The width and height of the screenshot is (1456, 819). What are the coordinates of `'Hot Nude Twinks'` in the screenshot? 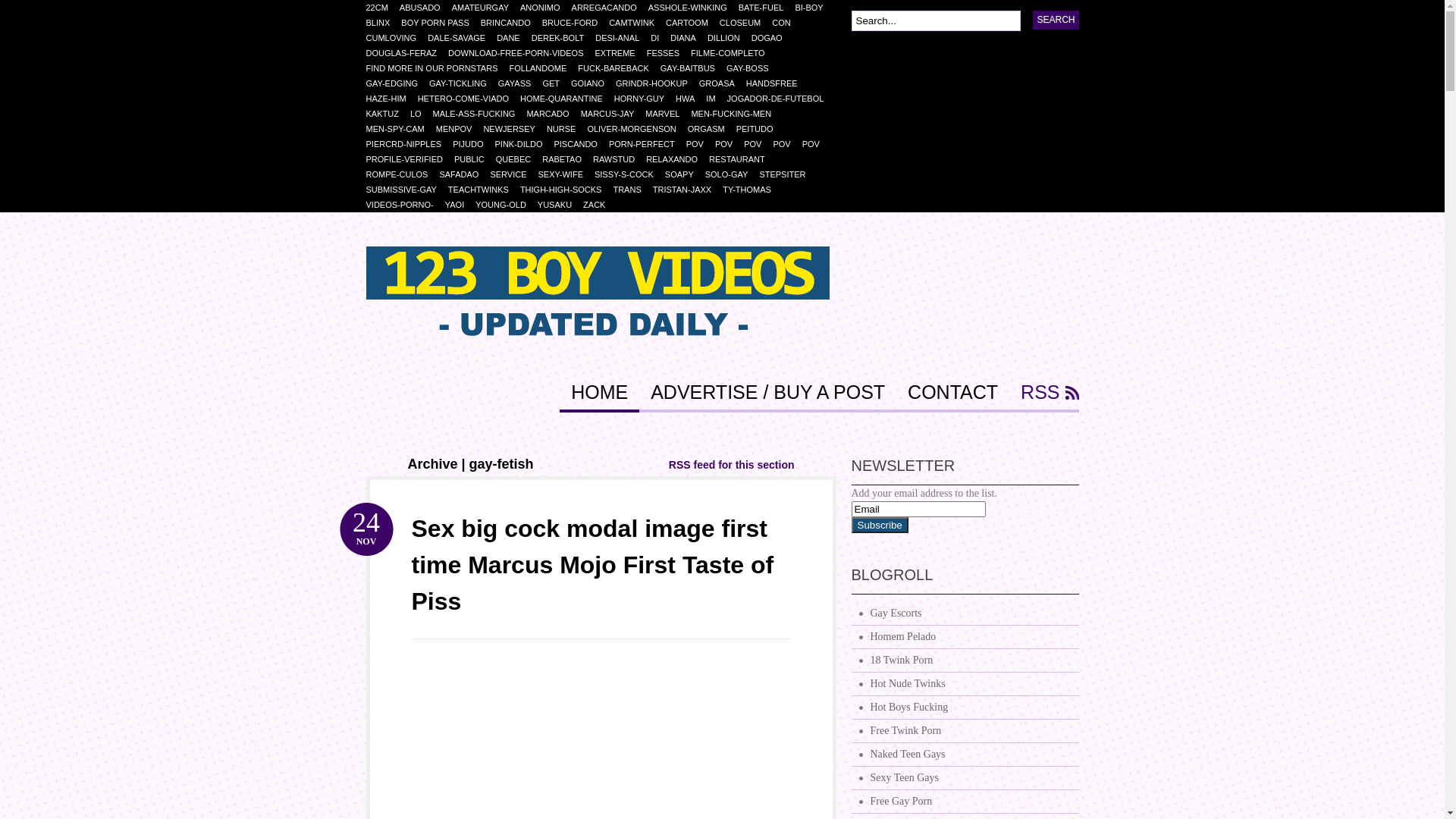 It's located at (964, 684).